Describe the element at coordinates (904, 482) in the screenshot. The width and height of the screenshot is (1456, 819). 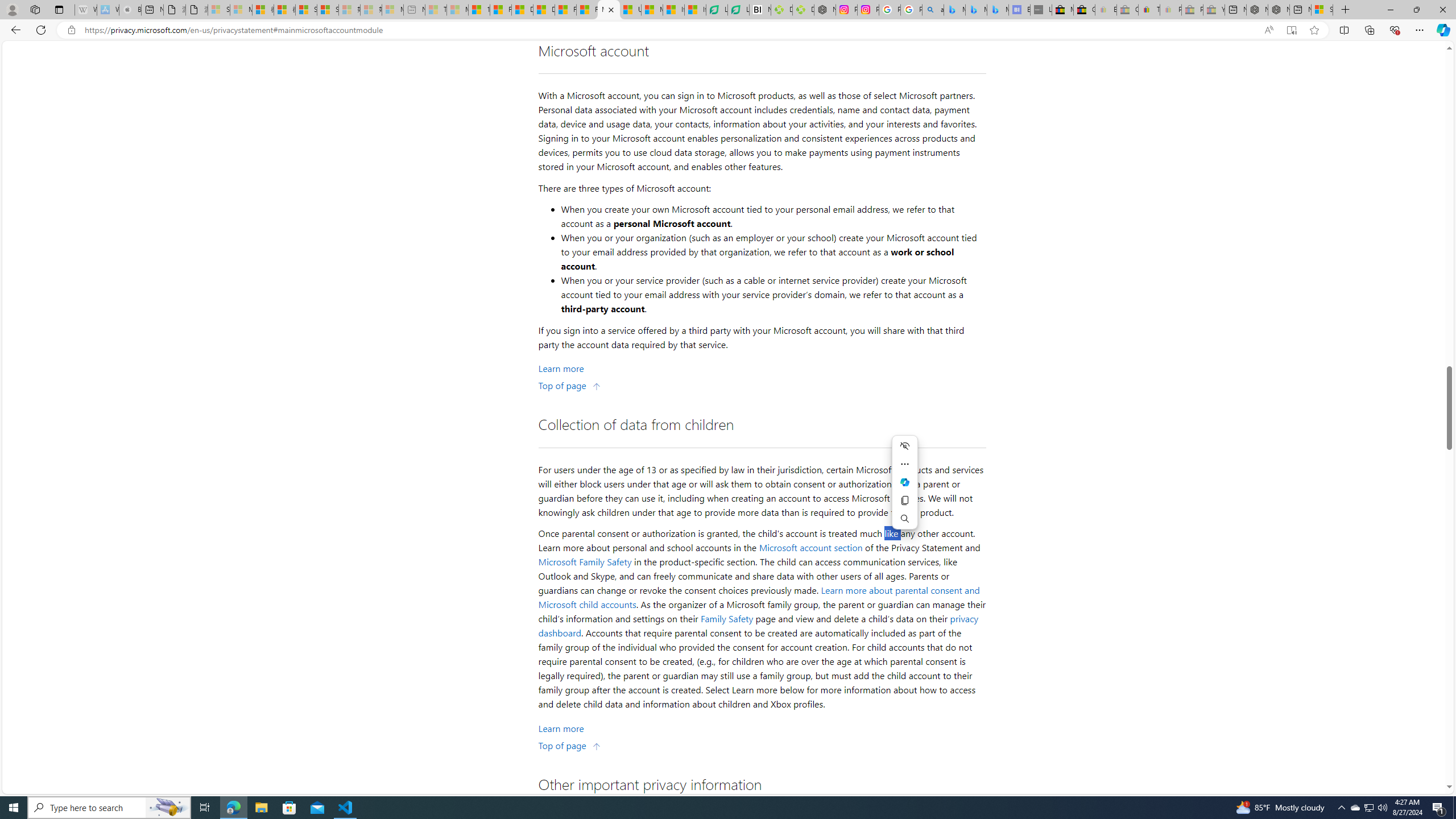
I see `'Mini menu on text selection'` at that location.